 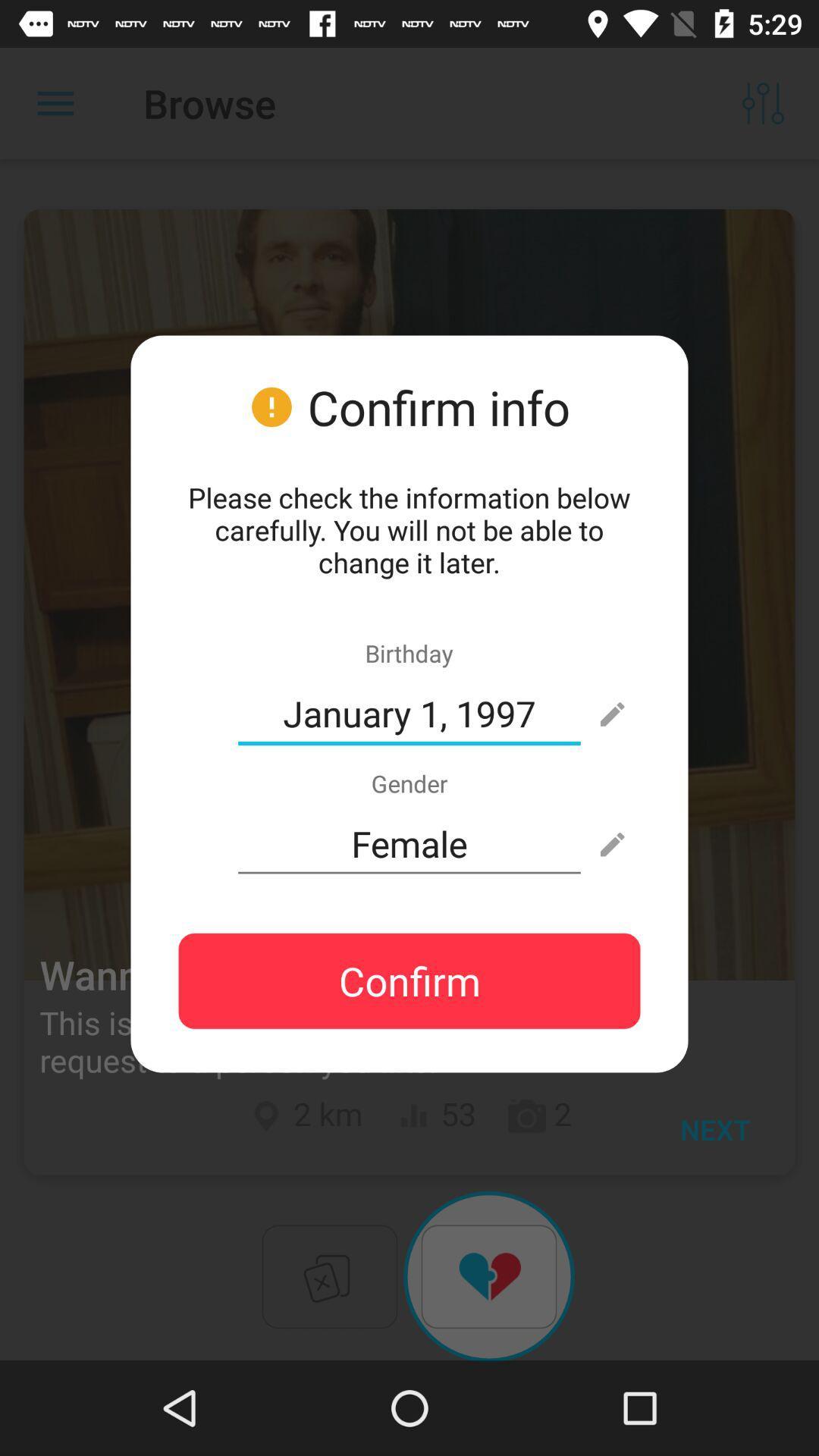 What do you see at coordinates (409, 843) in the screenshot?
I see `the female` at bounding box center [409, 843].